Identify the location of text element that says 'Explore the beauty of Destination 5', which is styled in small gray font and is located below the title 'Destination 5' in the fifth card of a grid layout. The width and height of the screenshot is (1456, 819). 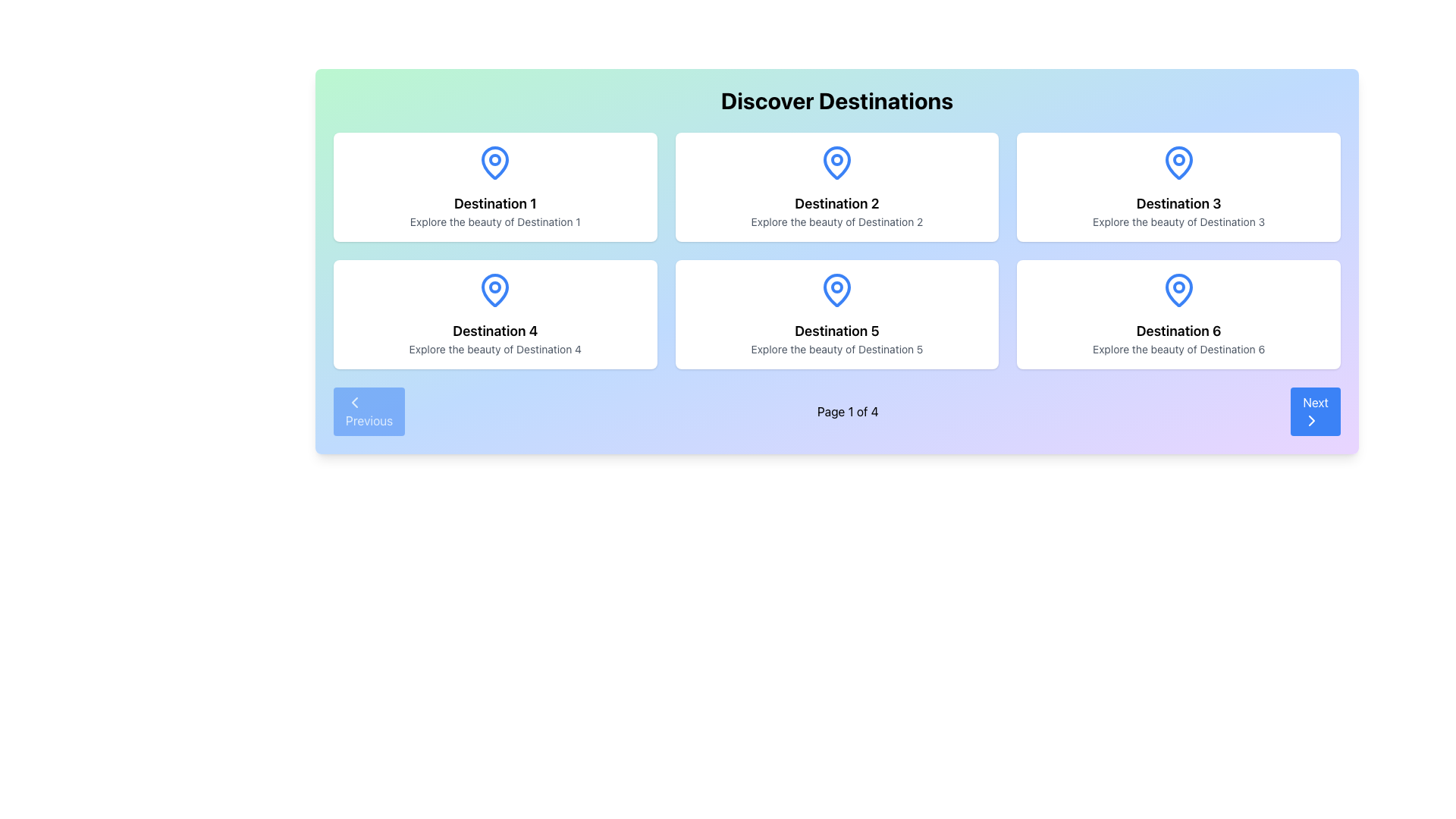
(836, 350).